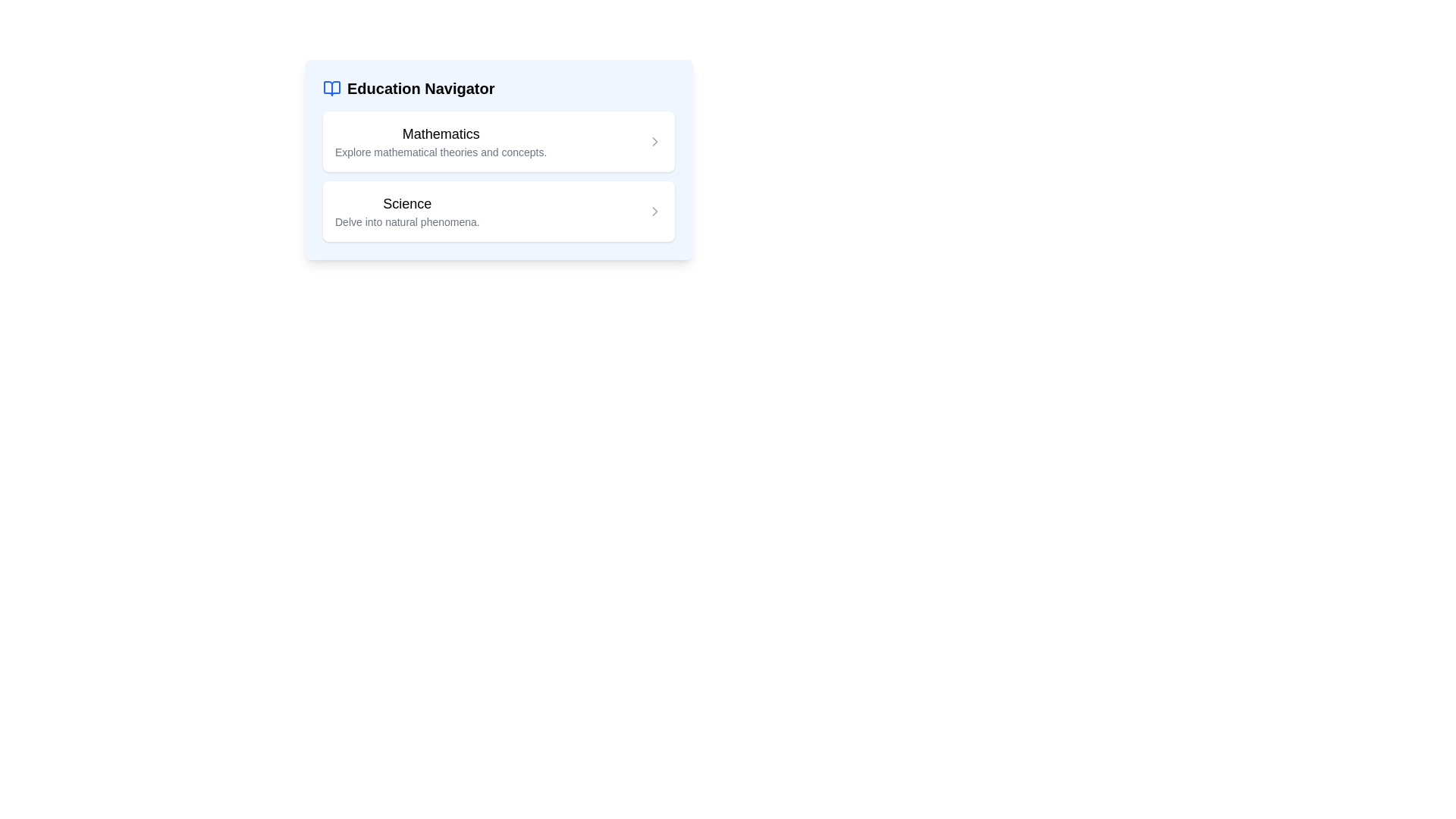 This screenshot has width=1456, height=819. What do you see at coordinates (407, 203) in the screenshot?
I see `the Science section header text label that indicates the subject for navigation, positioned above the descriptive text 'Delve into natural phenomena.'` at bounding box center [407, 203].